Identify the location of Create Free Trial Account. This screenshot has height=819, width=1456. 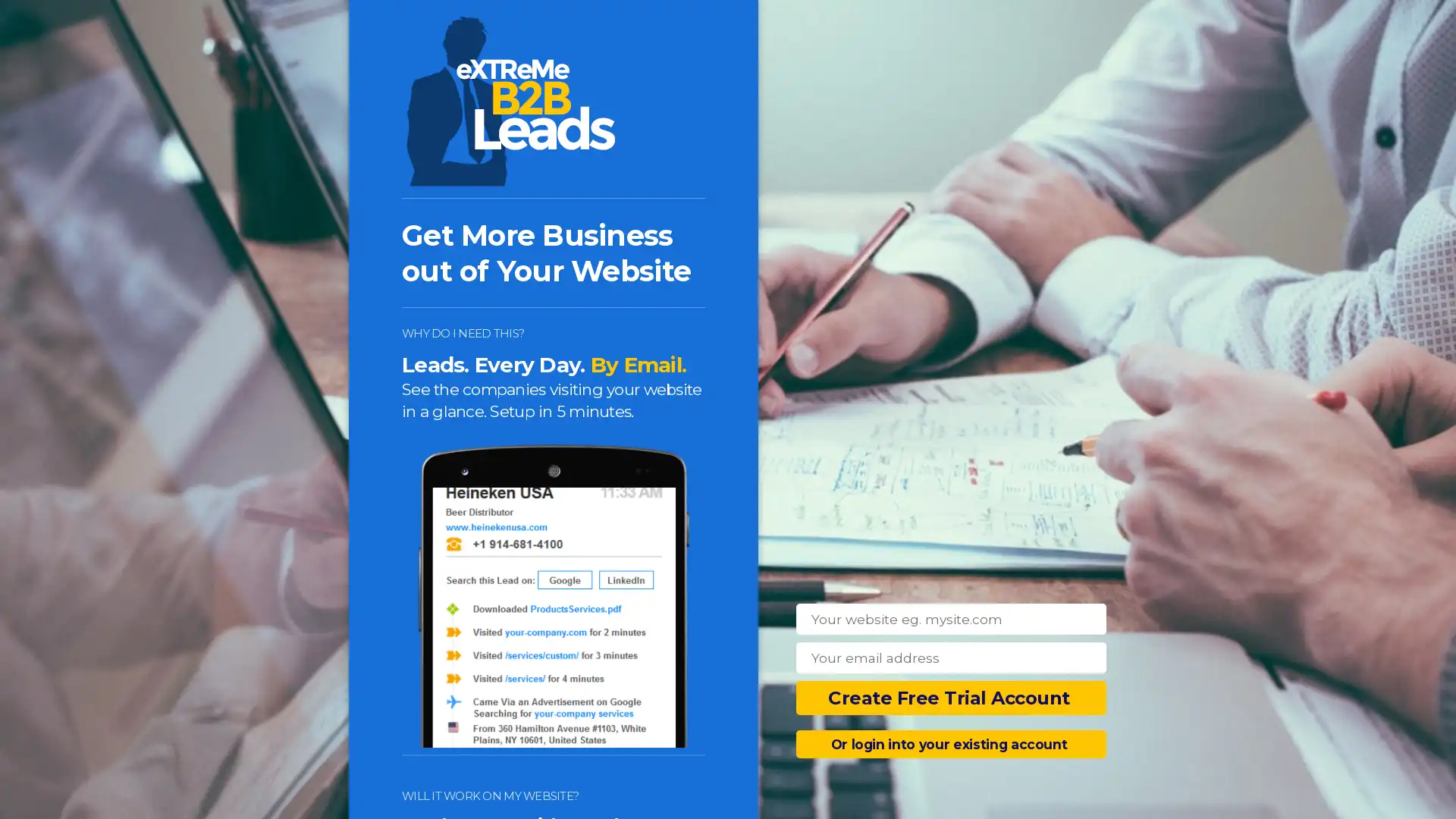
(950, 698).